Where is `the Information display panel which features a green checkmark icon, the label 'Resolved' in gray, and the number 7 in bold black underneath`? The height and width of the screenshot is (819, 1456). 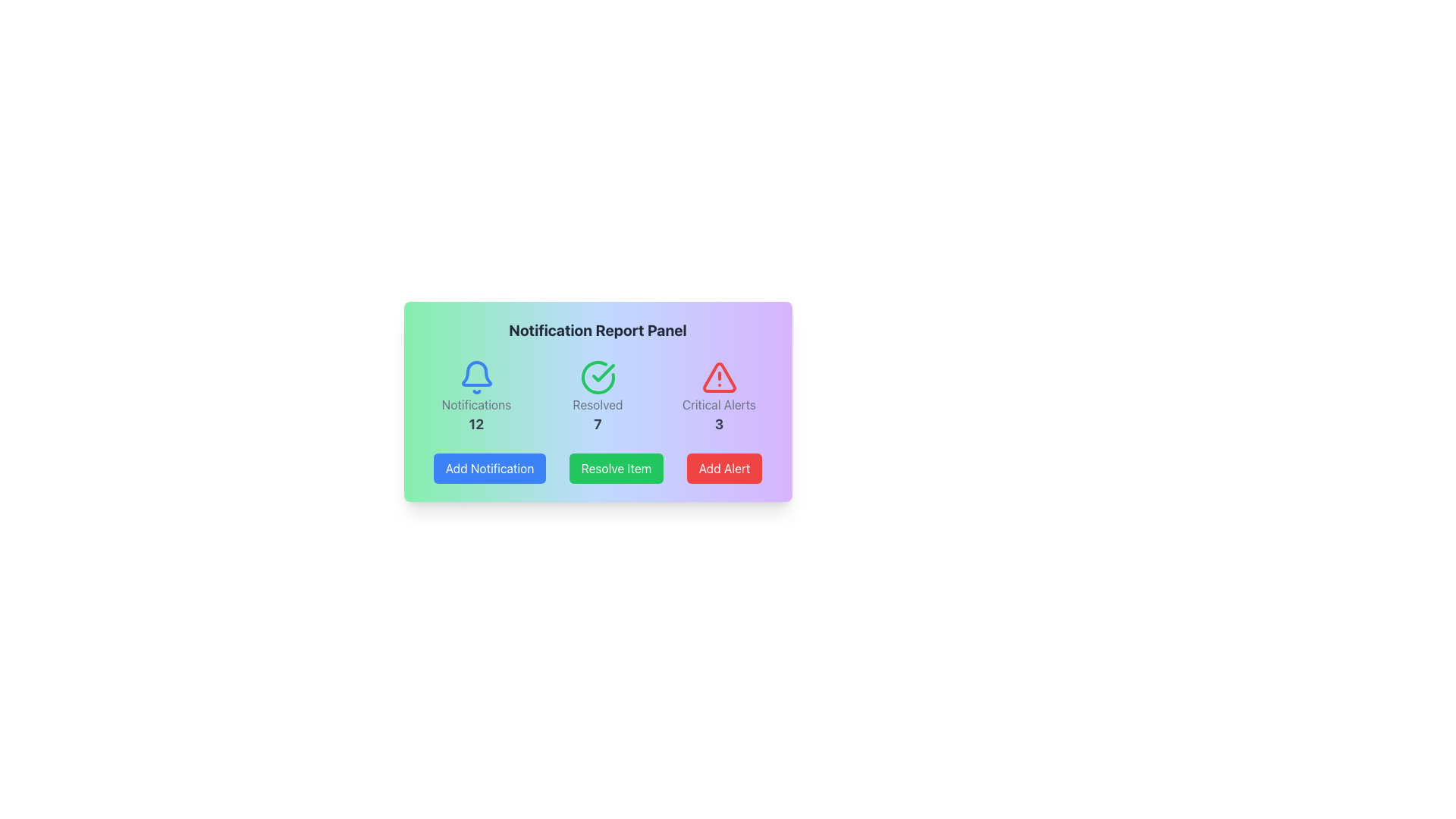 the Information display panel which features a green checkmark icon, the label 'Resolved' in gray, and the number 7 in bold black underneath is located at coordinates (597, 397).